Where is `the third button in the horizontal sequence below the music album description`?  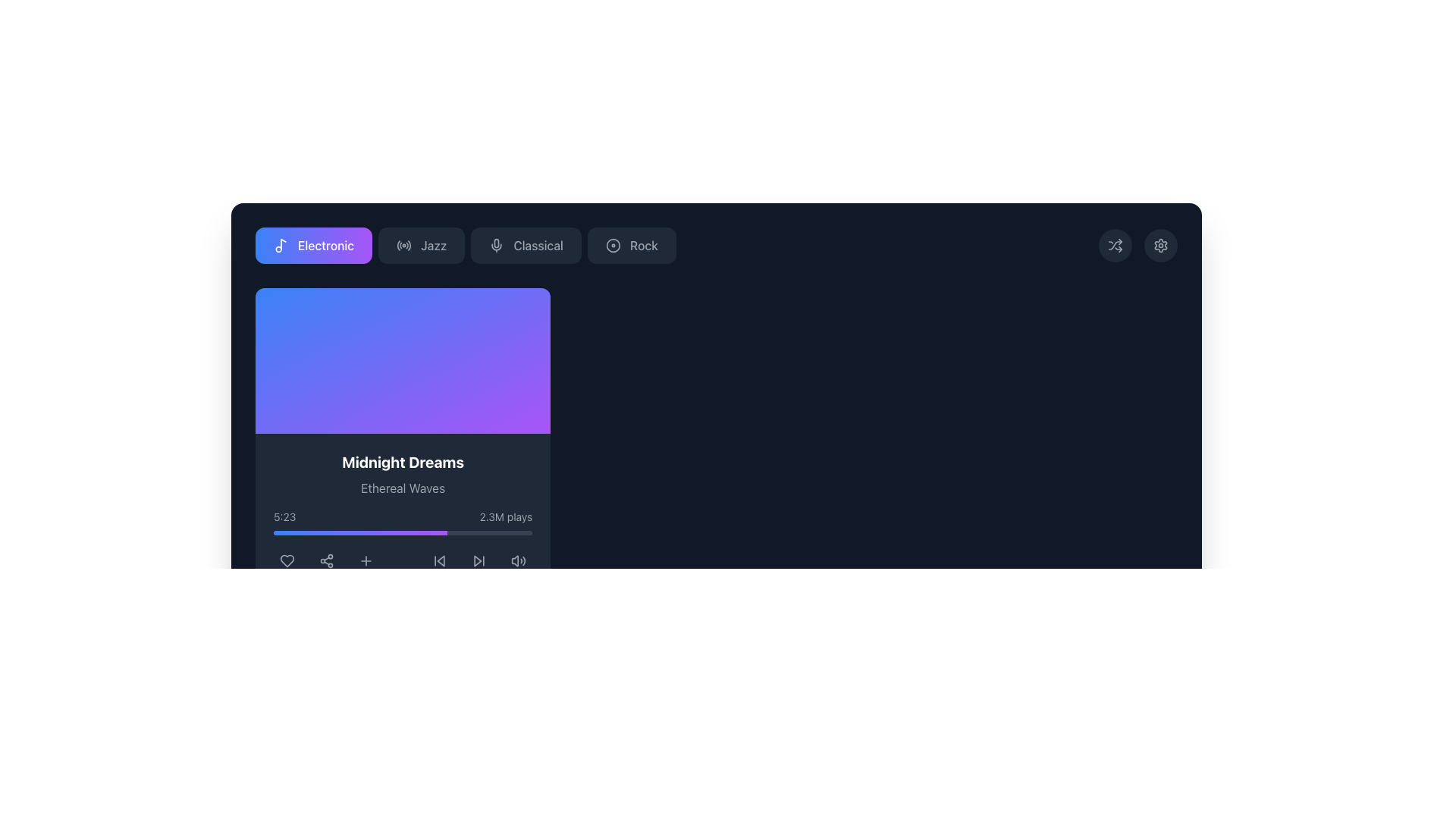 the third button in the horizontal sequence below the music album description is located at coordinates (366, 561).